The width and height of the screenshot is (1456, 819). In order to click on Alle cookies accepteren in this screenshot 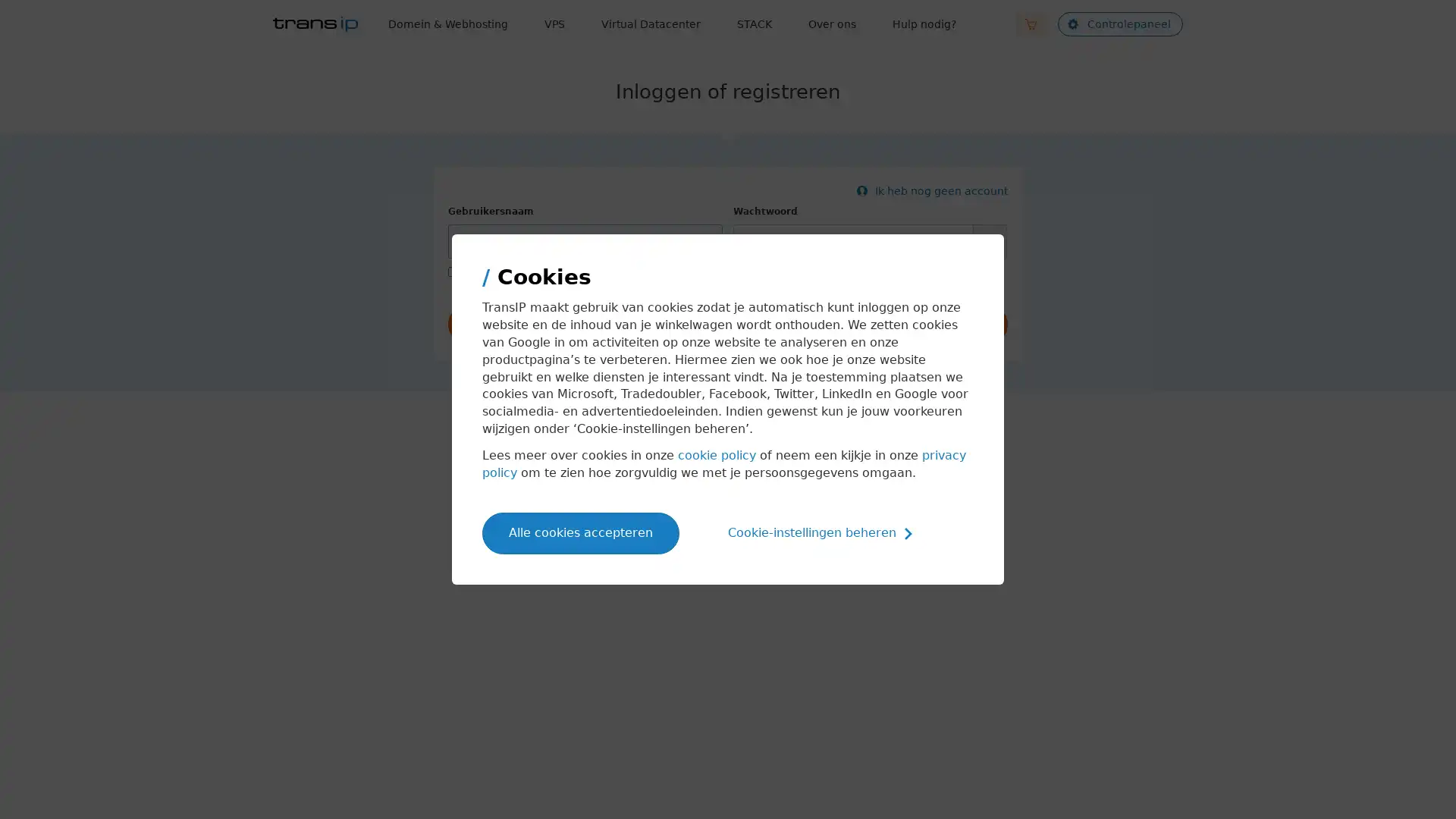, I will do `click(580, 532)`.